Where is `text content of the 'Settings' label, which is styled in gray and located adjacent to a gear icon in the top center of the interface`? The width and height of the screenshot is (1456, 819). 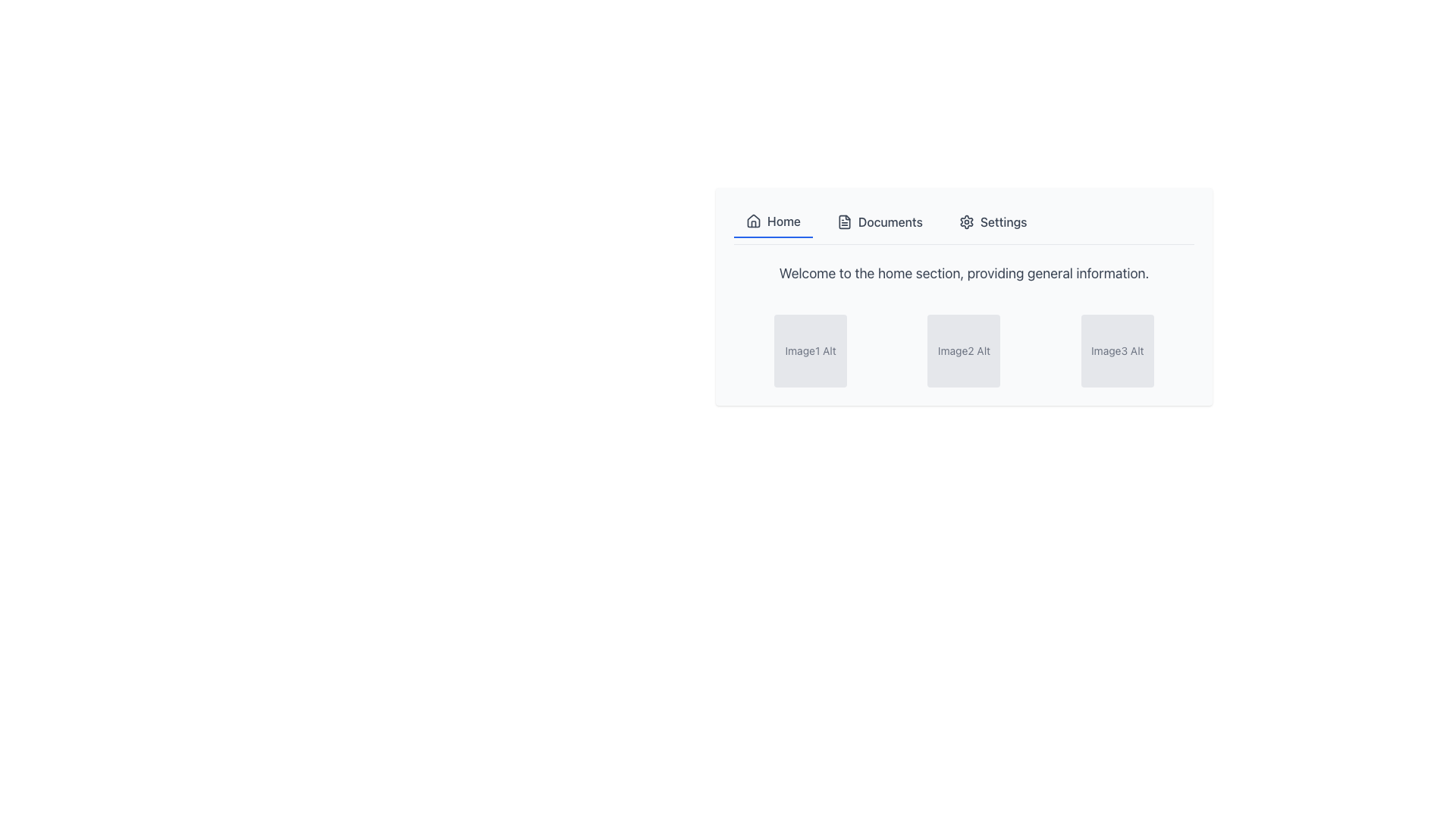 text content of the 'Settings' label, which is styled in gray and located adjacent to a gear icon in the top center of the interface is located at coordinates (1003, 222).